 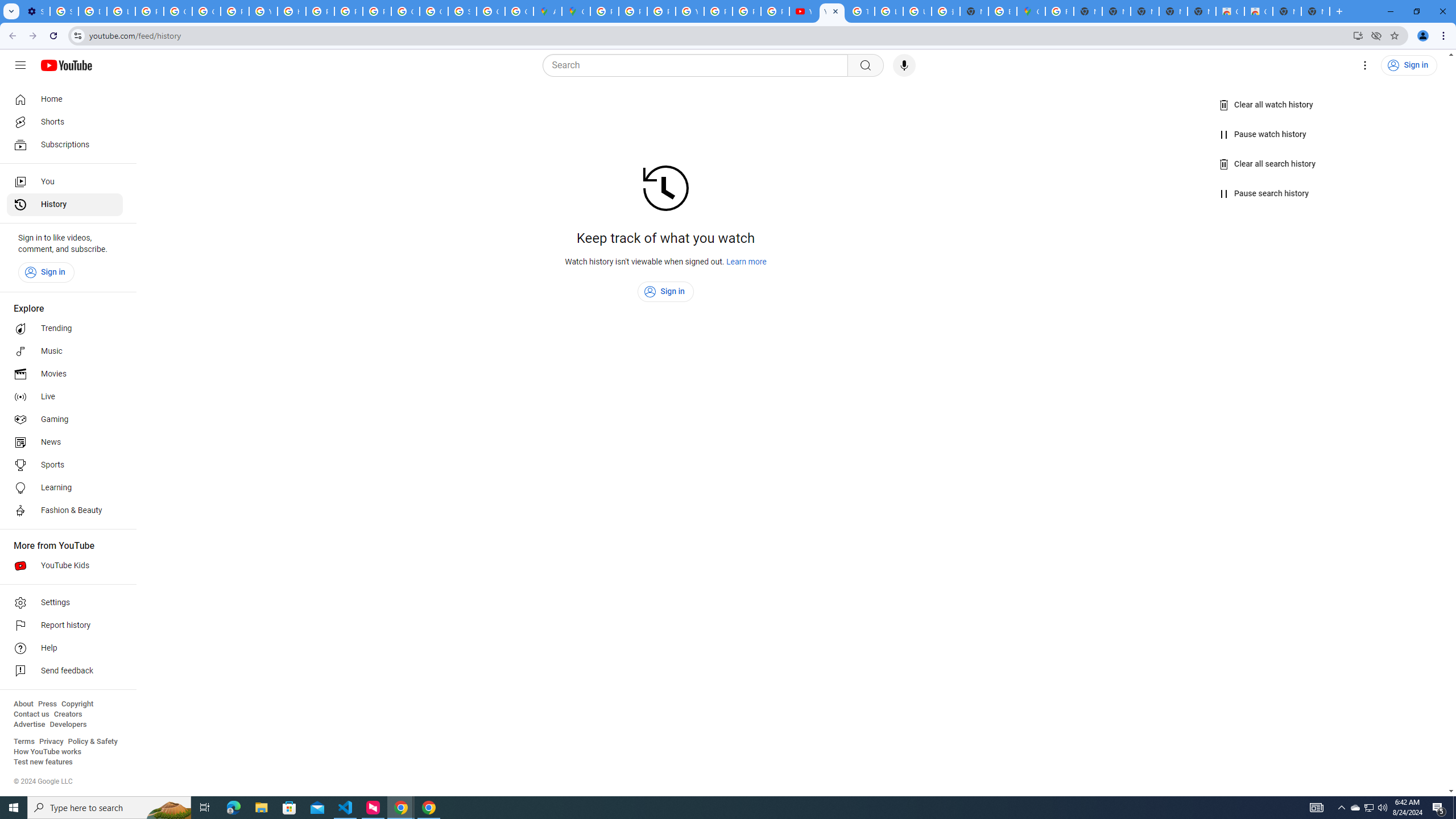 I want to click on 'Home', so click(x=64, y=98).